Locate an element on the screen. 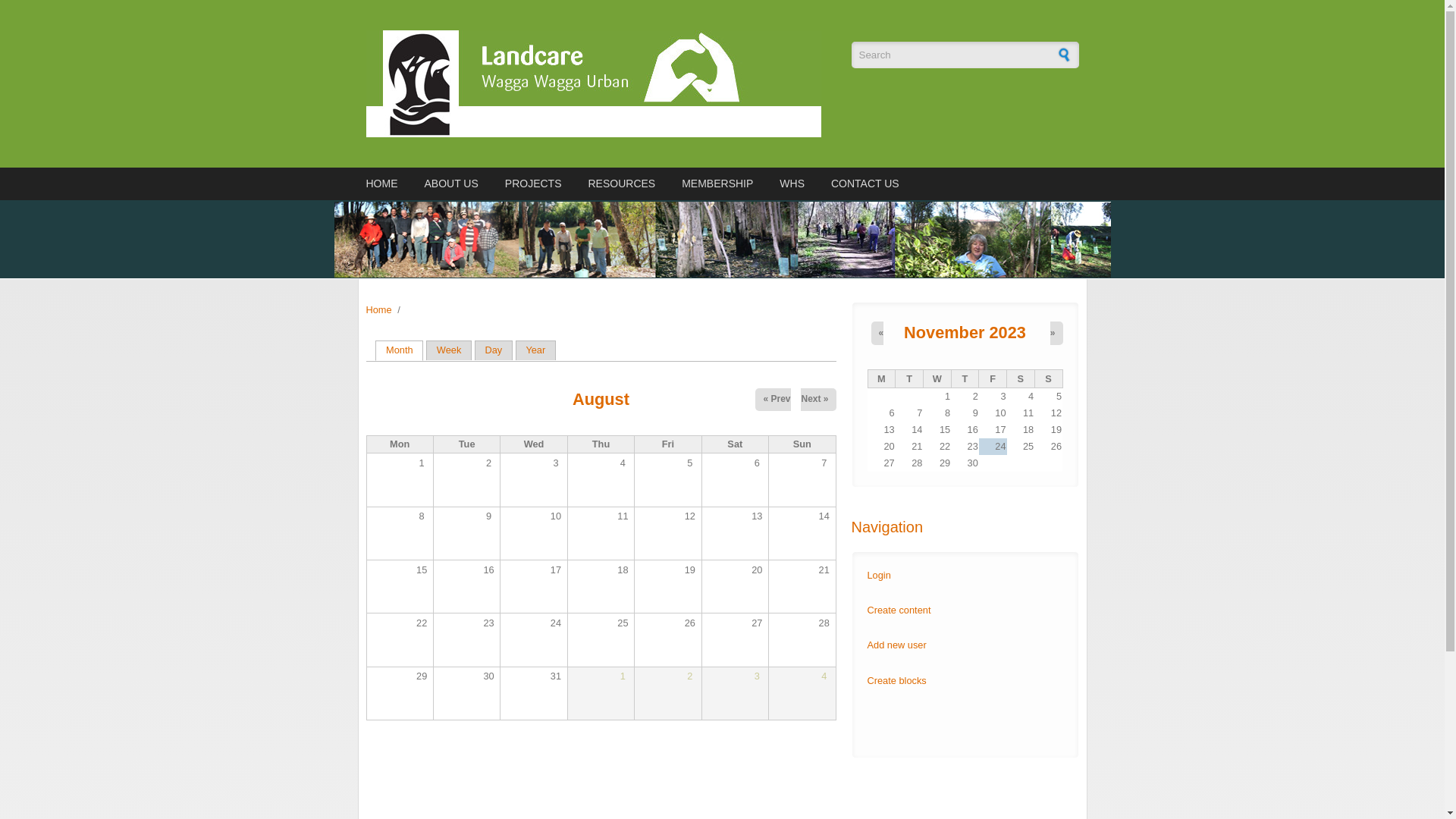  'HOME' is located at coordinates (383, 183).